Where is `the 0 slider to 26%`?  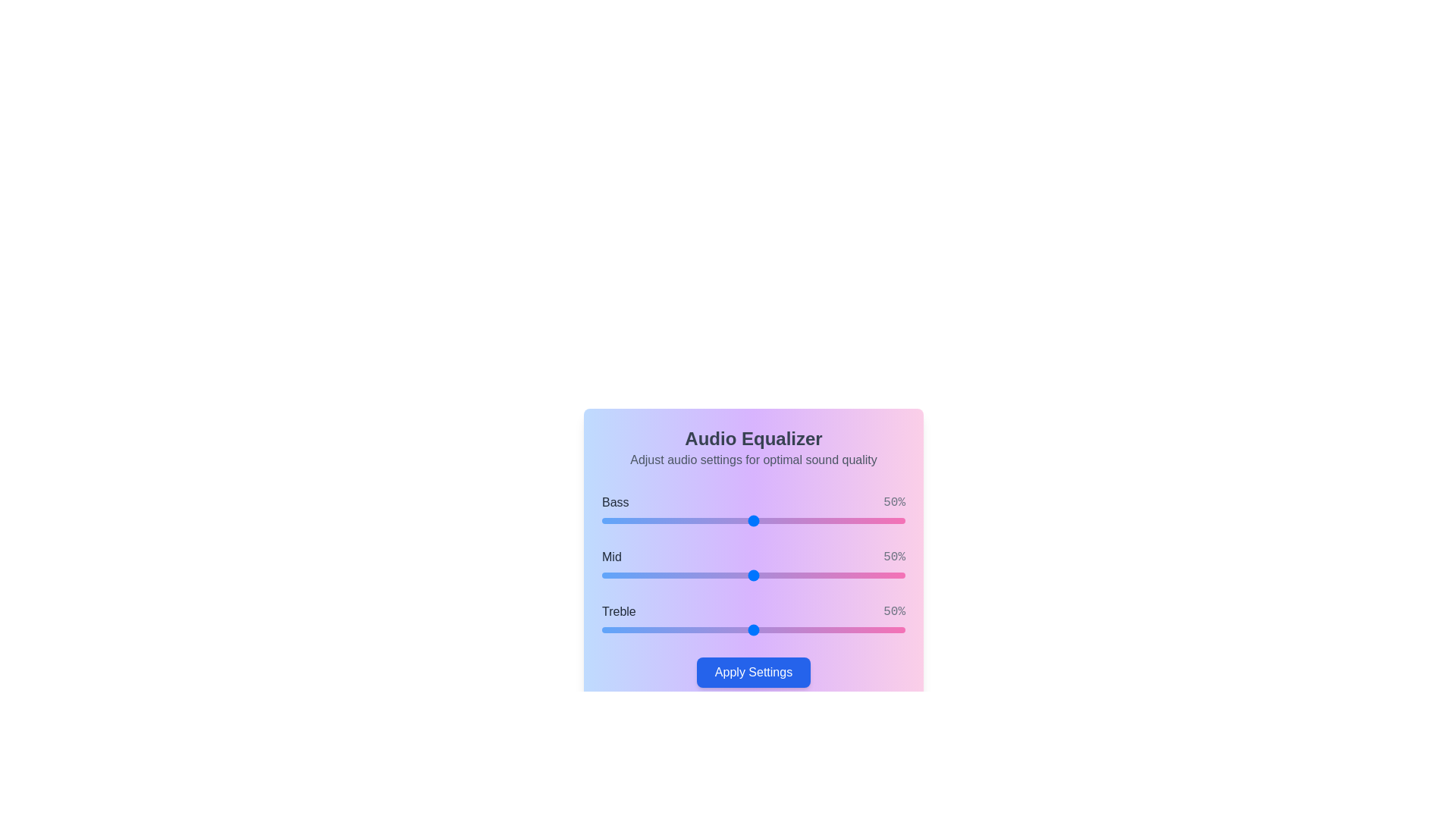 the 0 slider to 26% is located at coordinates (679, 519).